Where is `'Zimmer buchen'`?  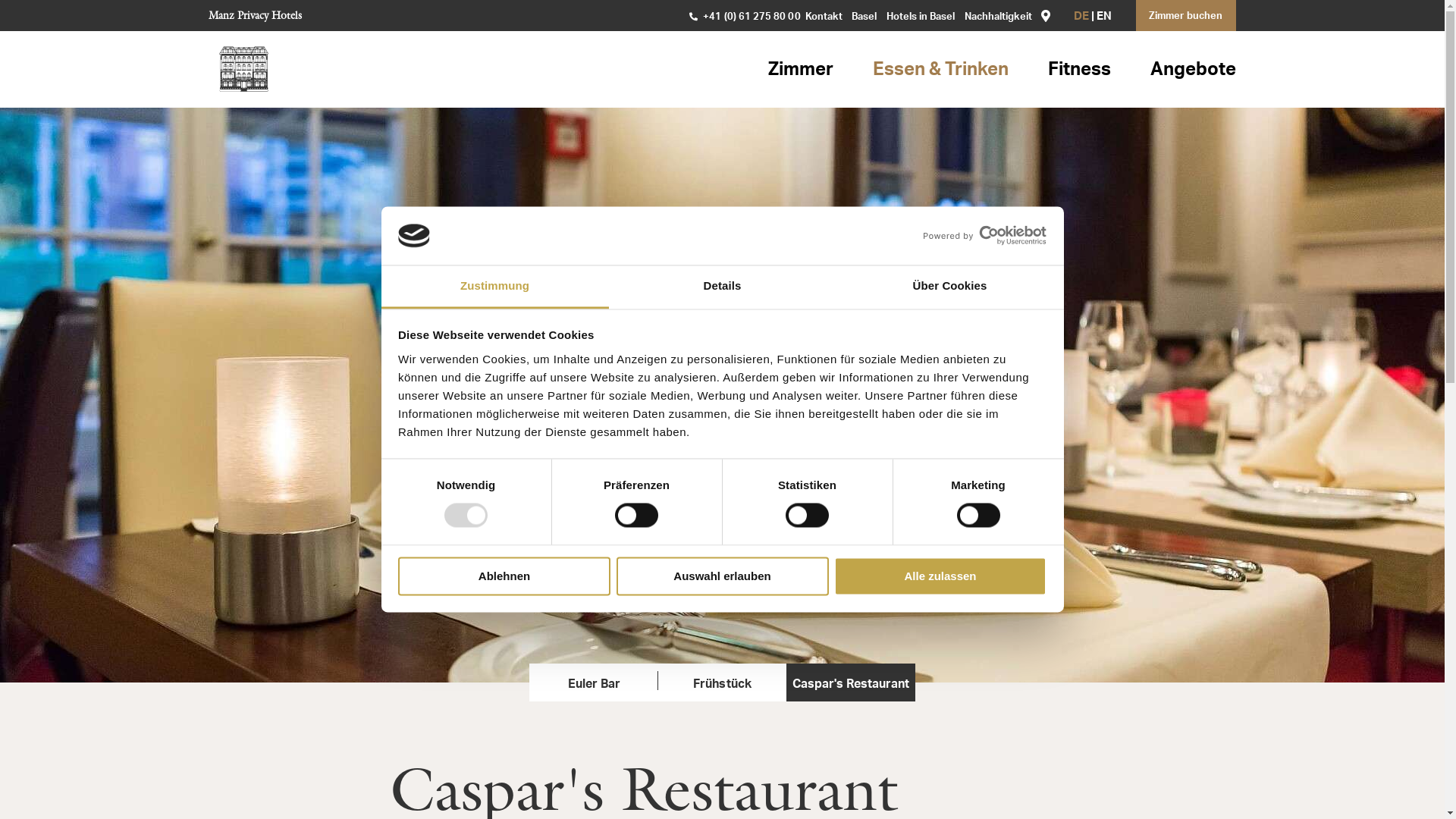 'Zimmer buchen' is located at coordinates (1185, 15).